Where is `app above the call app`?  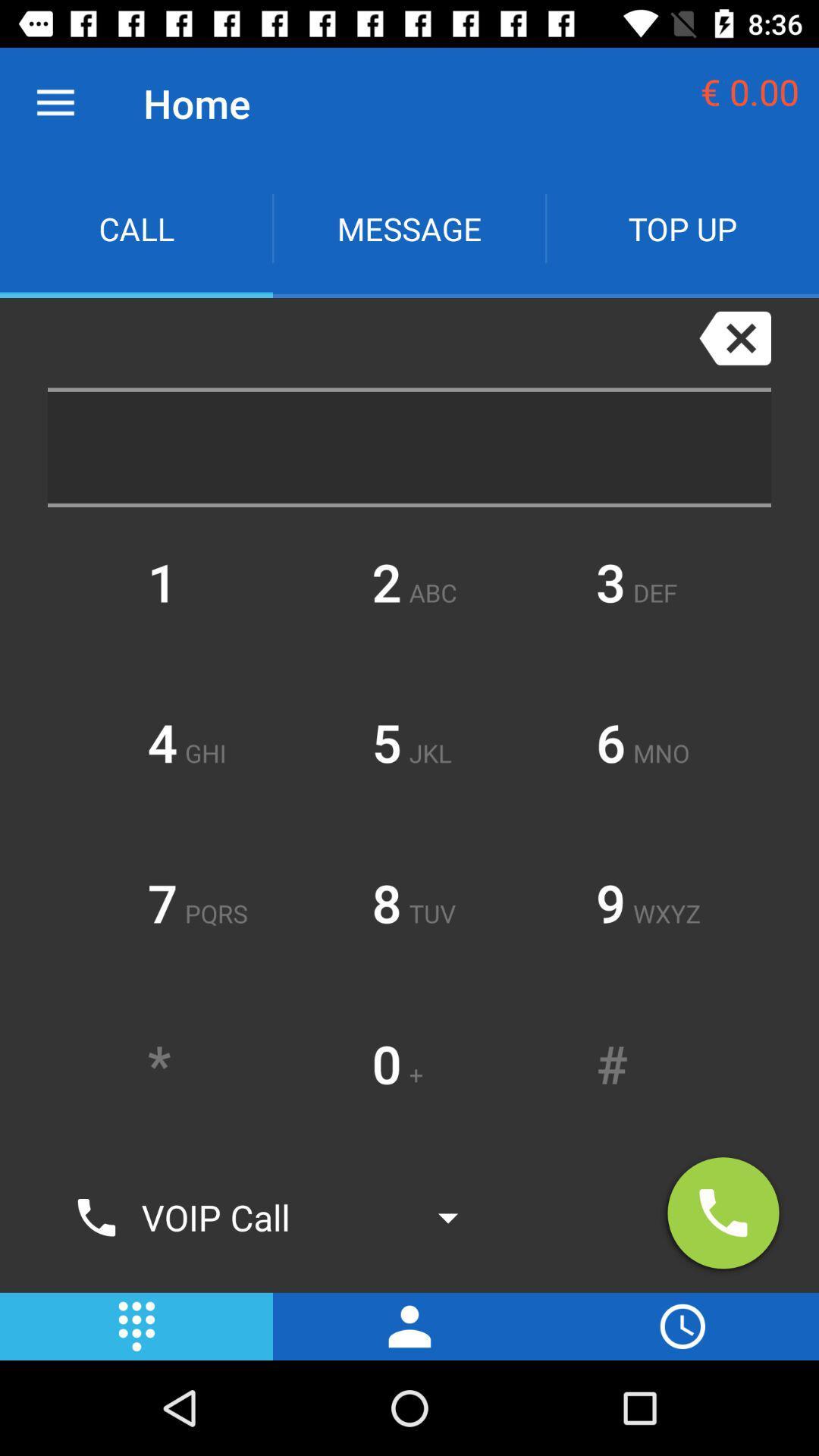 app above the call app is located at coordinates (55, 102).